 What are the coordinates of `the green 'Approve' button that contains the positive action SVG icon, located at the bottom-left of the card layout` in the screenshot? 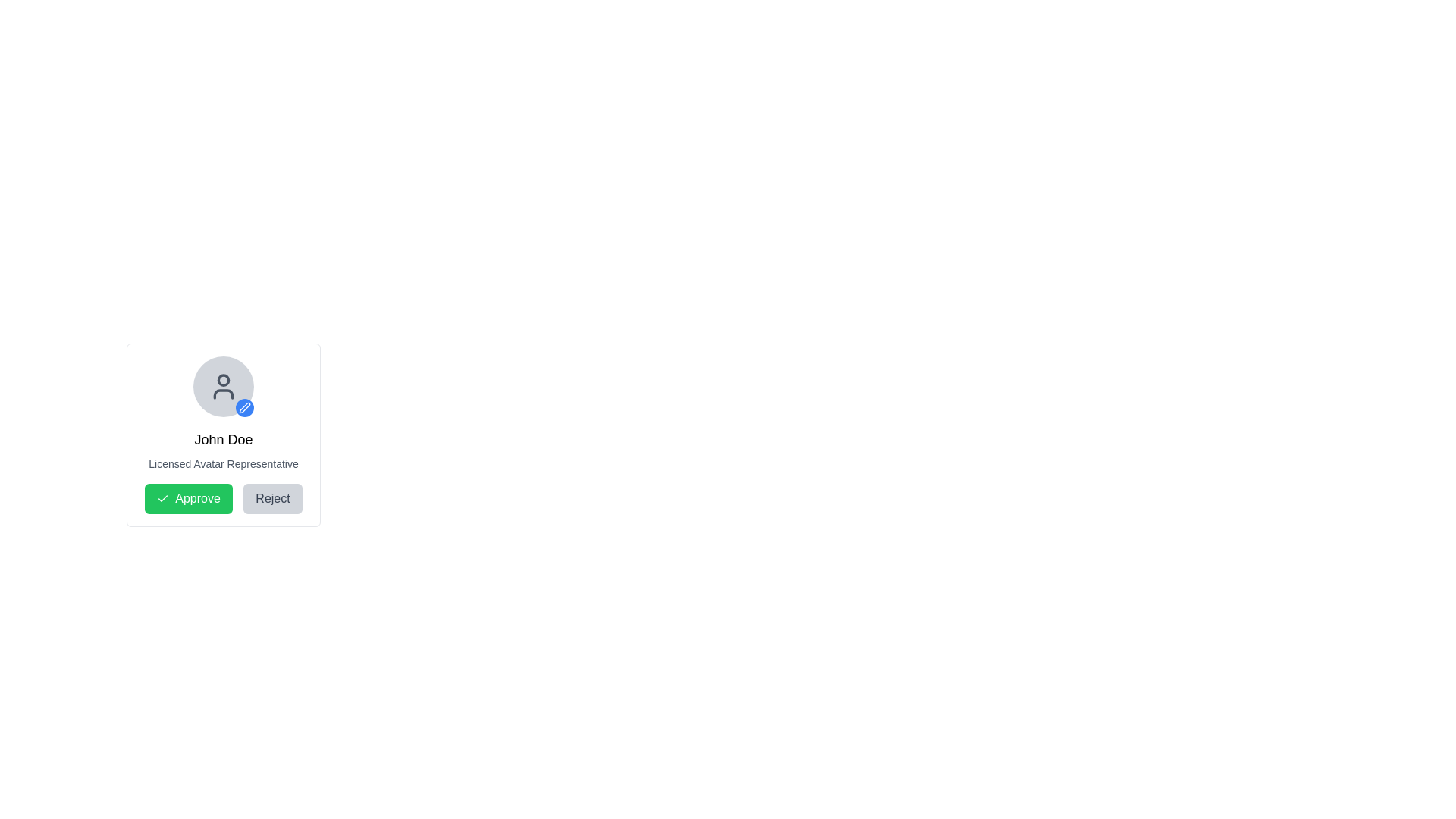 It's located at (163, 499).